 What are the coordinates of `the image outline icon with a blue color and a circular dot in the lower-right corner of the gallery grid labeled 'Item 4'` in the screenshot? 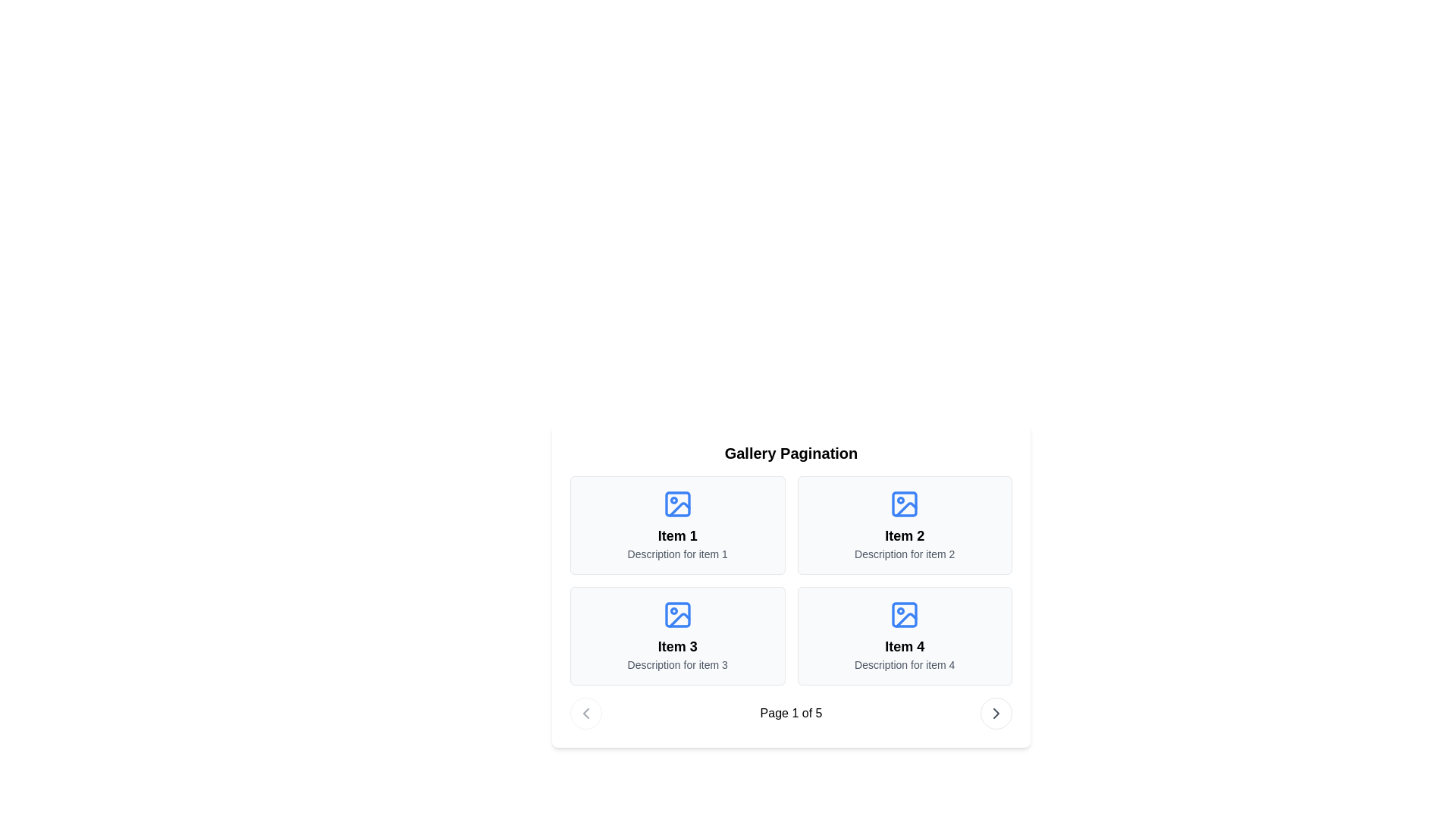 It's located at (905, 614).